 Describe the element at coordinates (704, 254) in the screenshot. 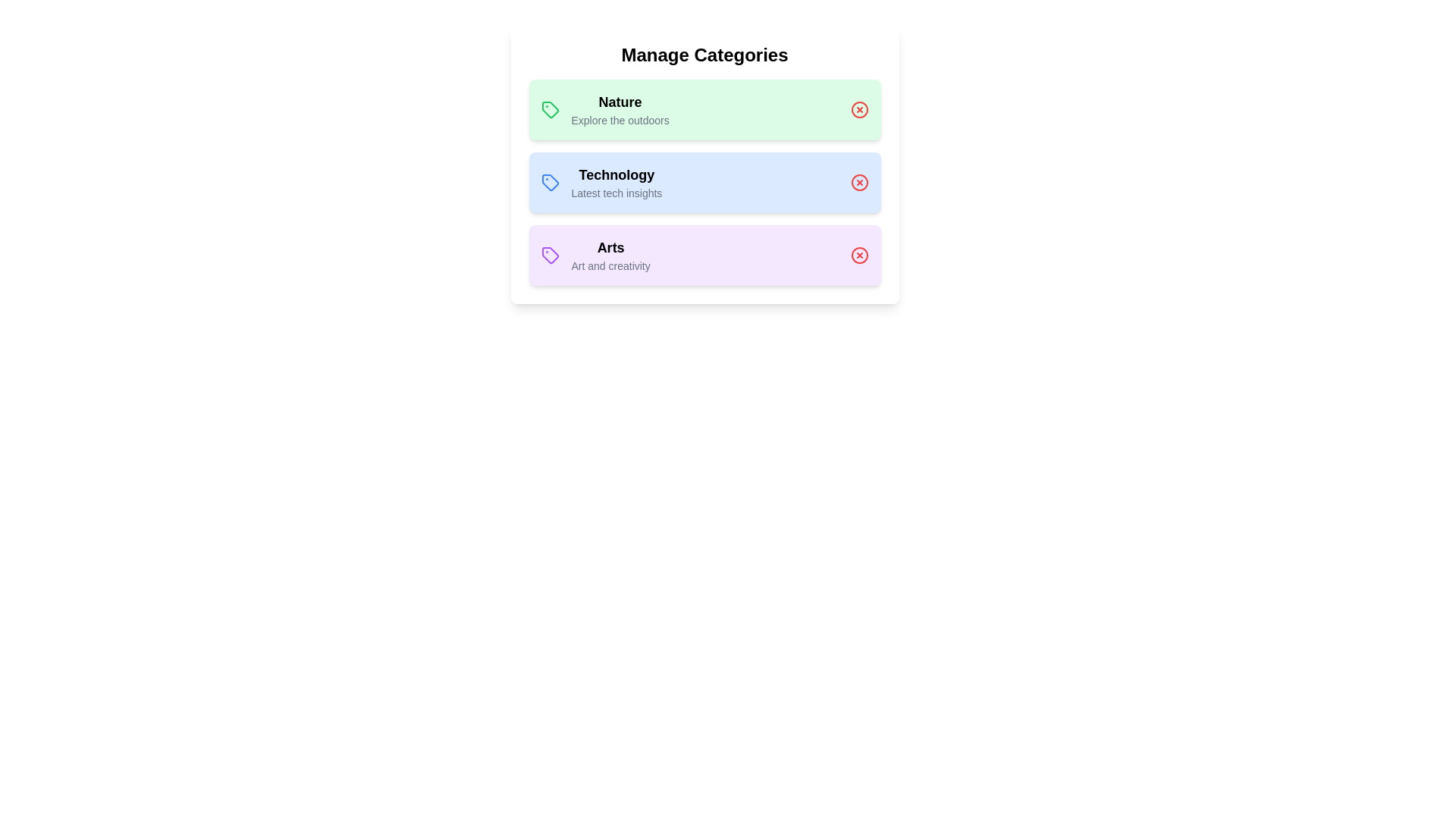

I see `the category Arts to open additional options` at that location.